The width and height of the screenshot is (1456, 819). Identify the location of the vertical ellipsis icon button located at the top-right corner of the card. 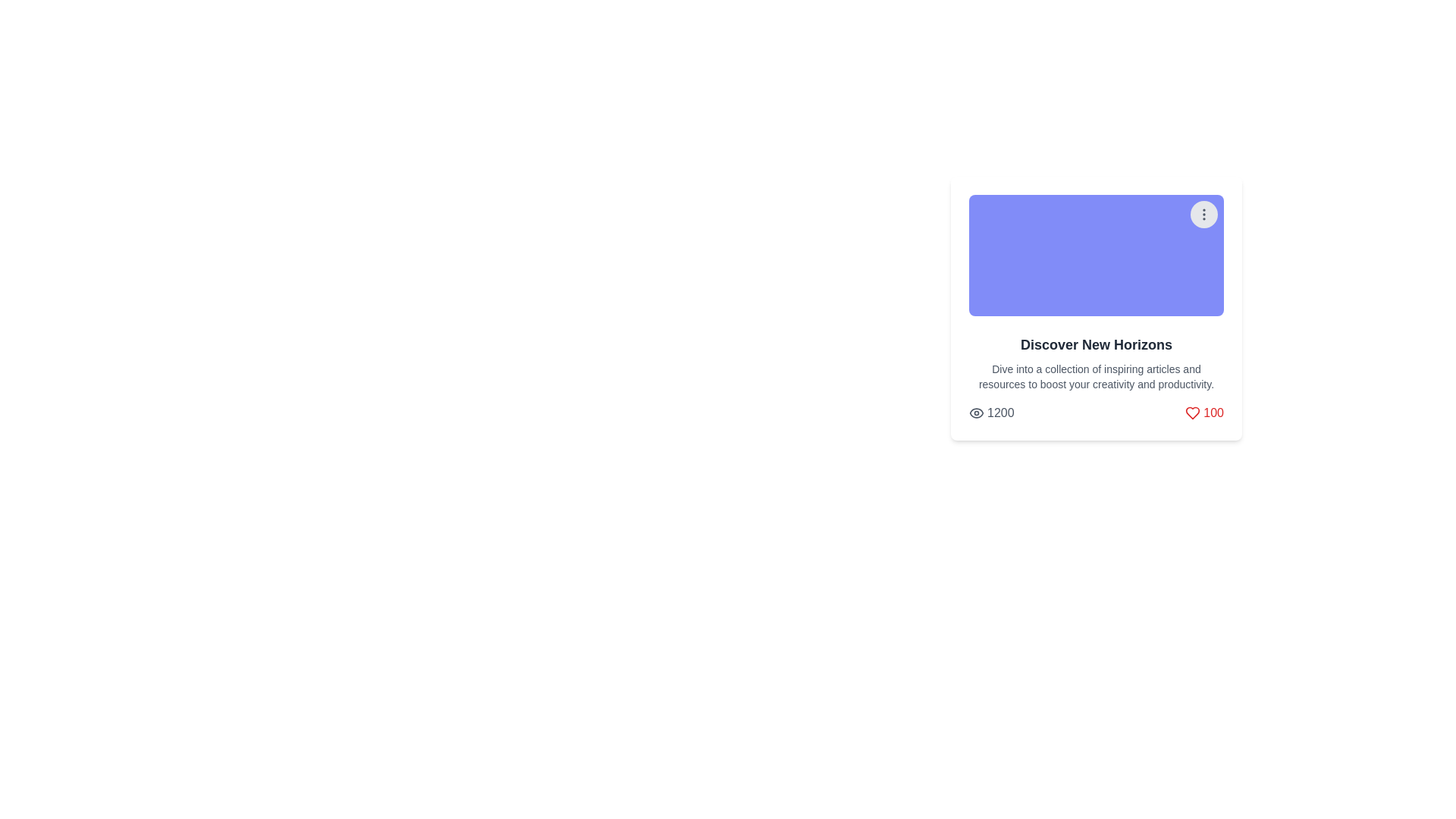
(1203, 214).